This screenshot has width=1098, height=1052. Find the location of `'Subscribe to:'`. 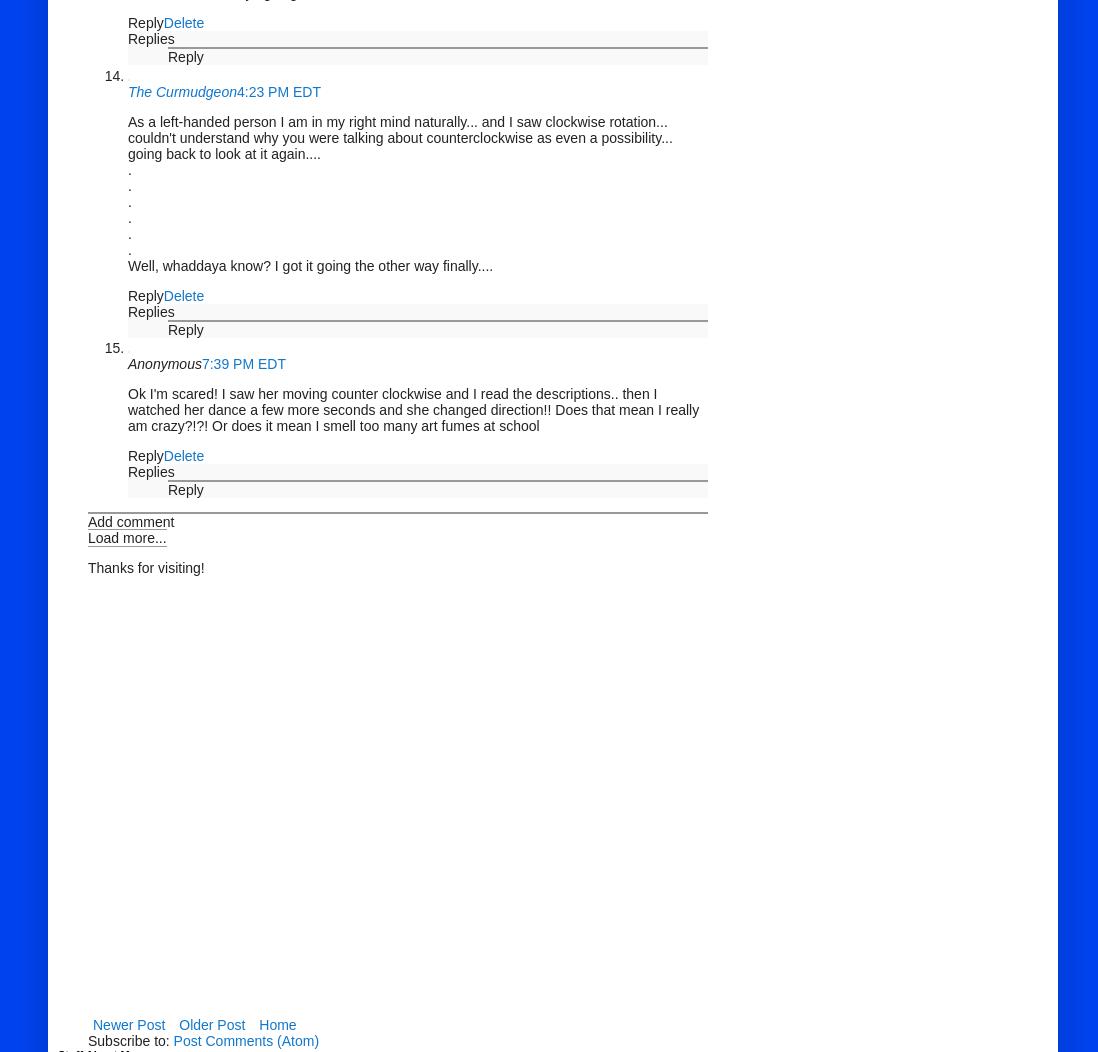

'Subscribe to:' is located at coordinates (130, 1039).